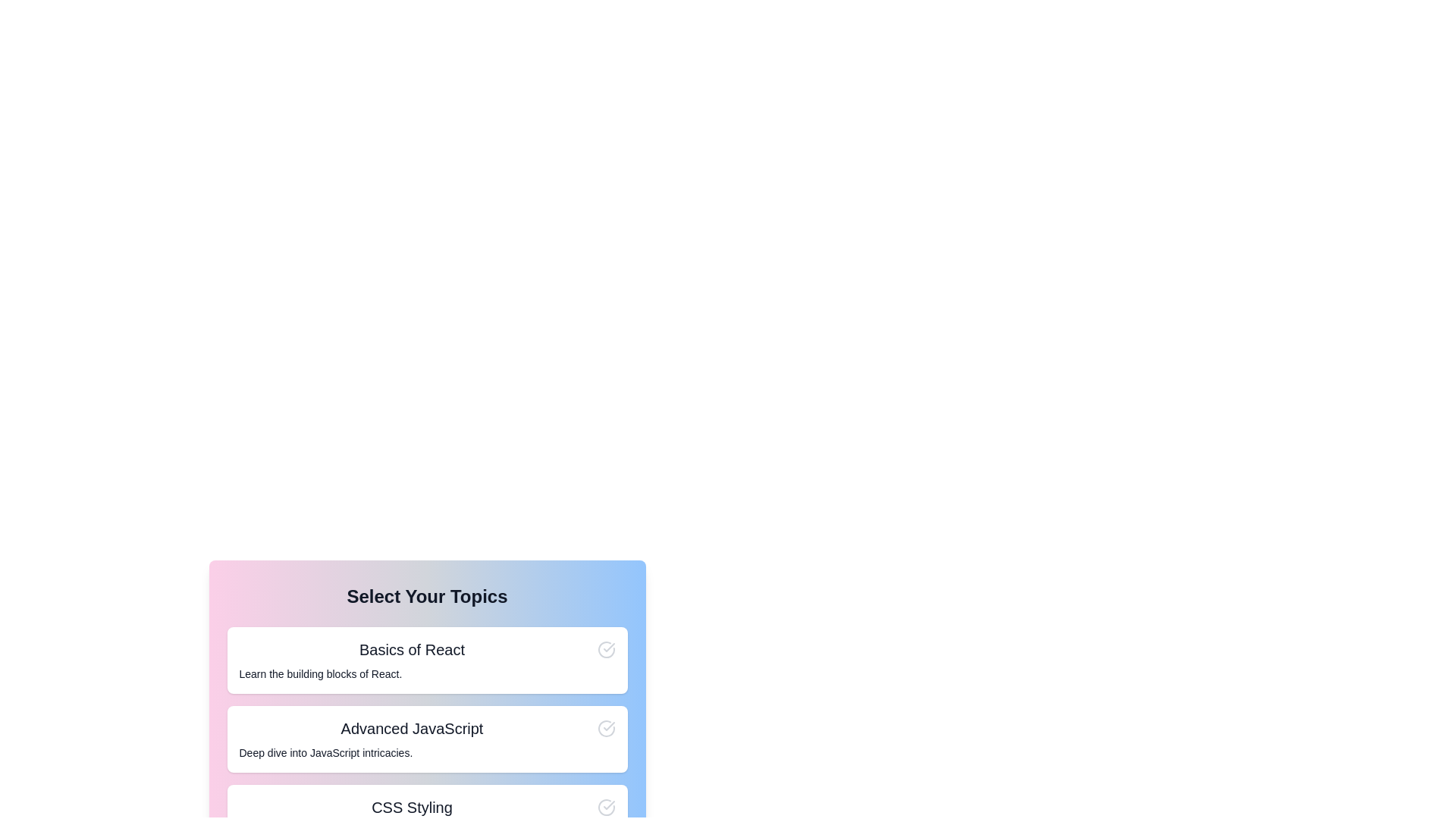 This screenshot has width=1456, height=819. What do you see at coordinates (426, 660) in the screenshot?
I see `the card titled 'Basics of React'` at bounding box center [426, 660].